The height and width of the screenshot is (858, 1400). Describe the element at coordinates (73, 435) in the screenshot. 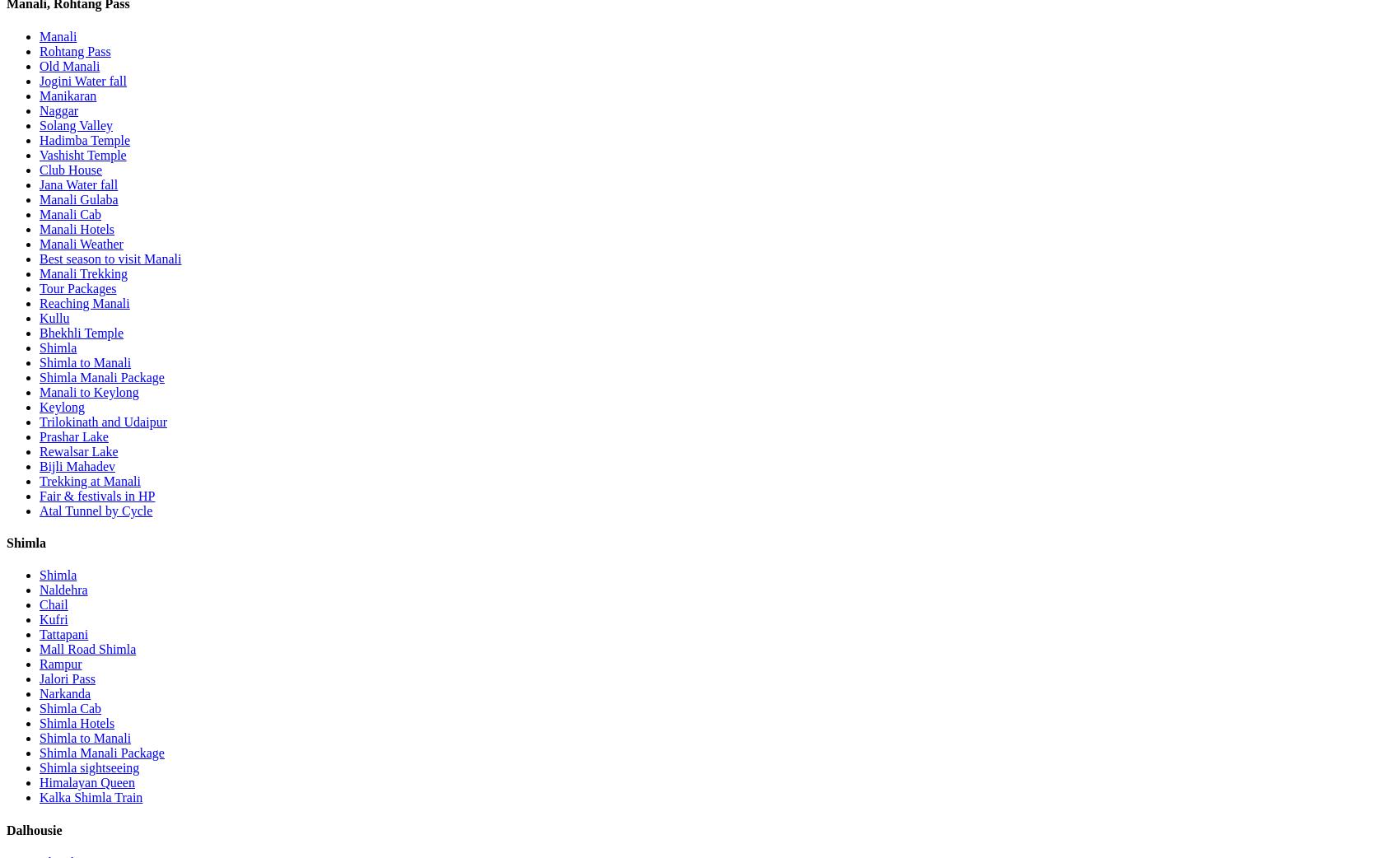

I see `'Prashar Lake'` at that location.